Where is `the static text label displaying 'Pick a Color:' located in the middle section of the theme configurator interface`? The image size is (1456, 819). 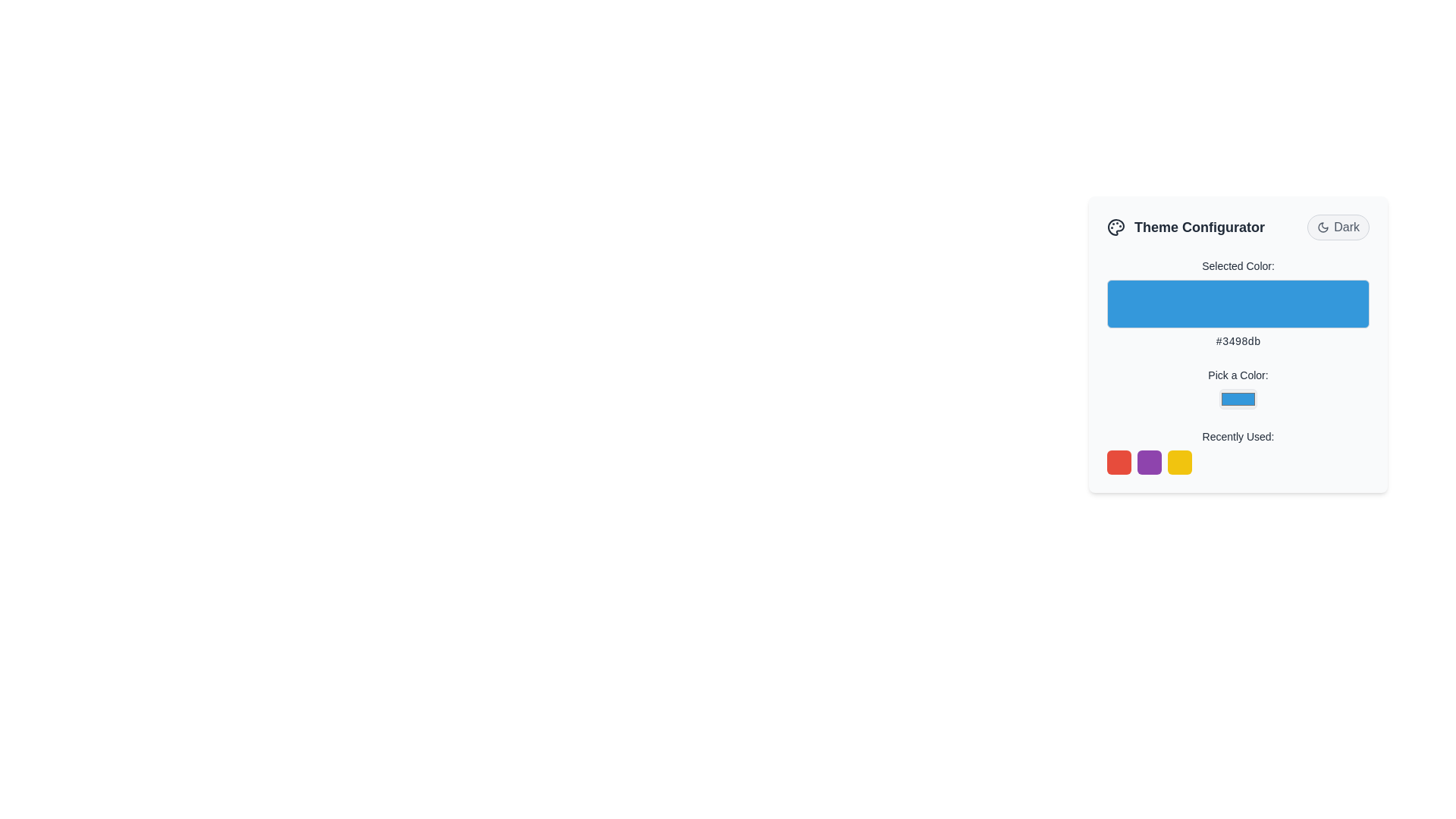 the static text label displaying 'Pick a Color:' located in the middle section of the theme configurator interface is located at coordinates (1238, 375).